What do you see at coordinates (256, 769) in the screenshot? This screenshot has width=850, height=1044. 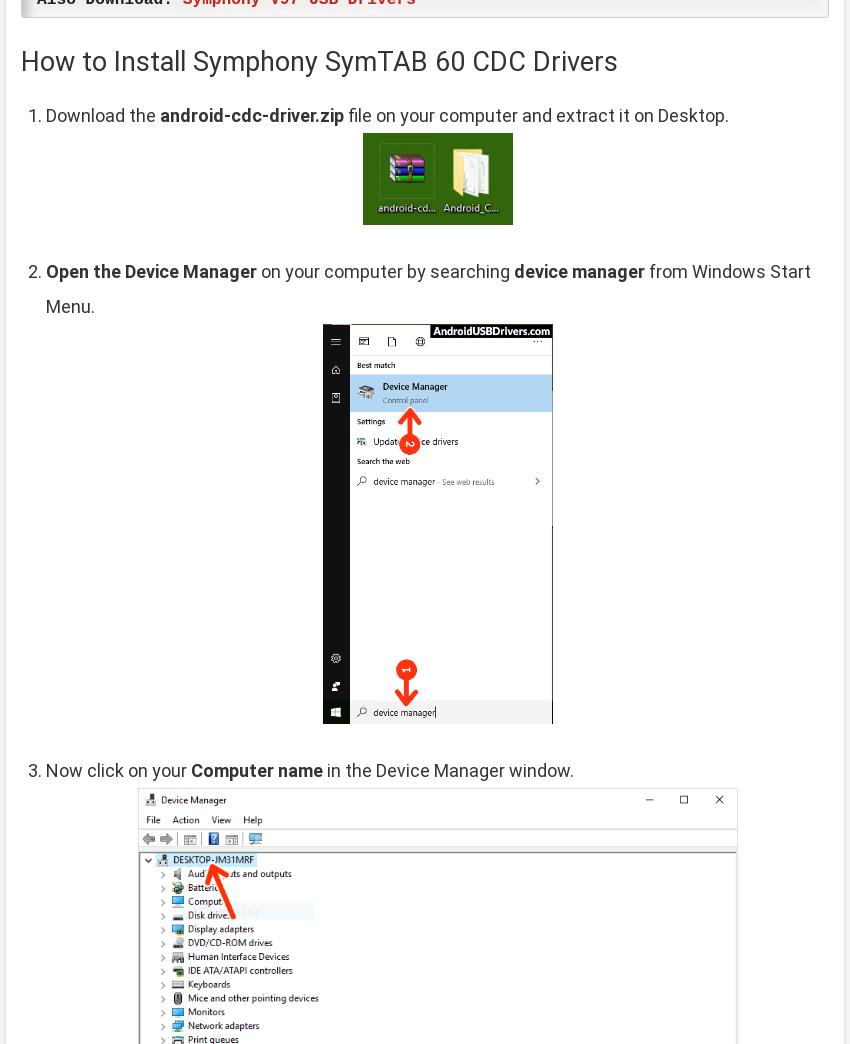 I see `'Computer name'` at bounding box center [256, 769].